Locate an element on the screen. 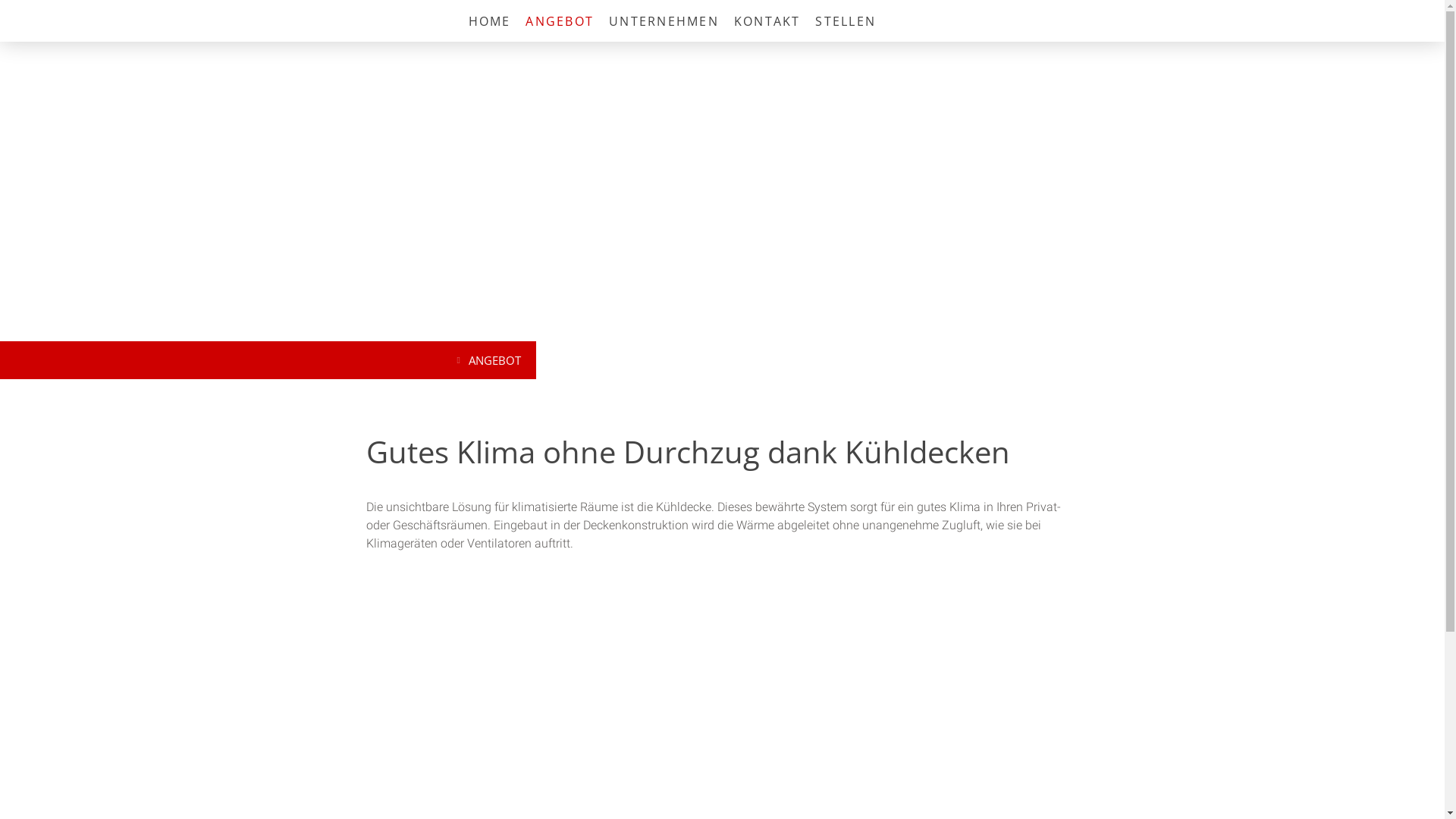 The image size is (1456, 819). 'UNTERNEHMEN' is located at coordinates (600, 20).